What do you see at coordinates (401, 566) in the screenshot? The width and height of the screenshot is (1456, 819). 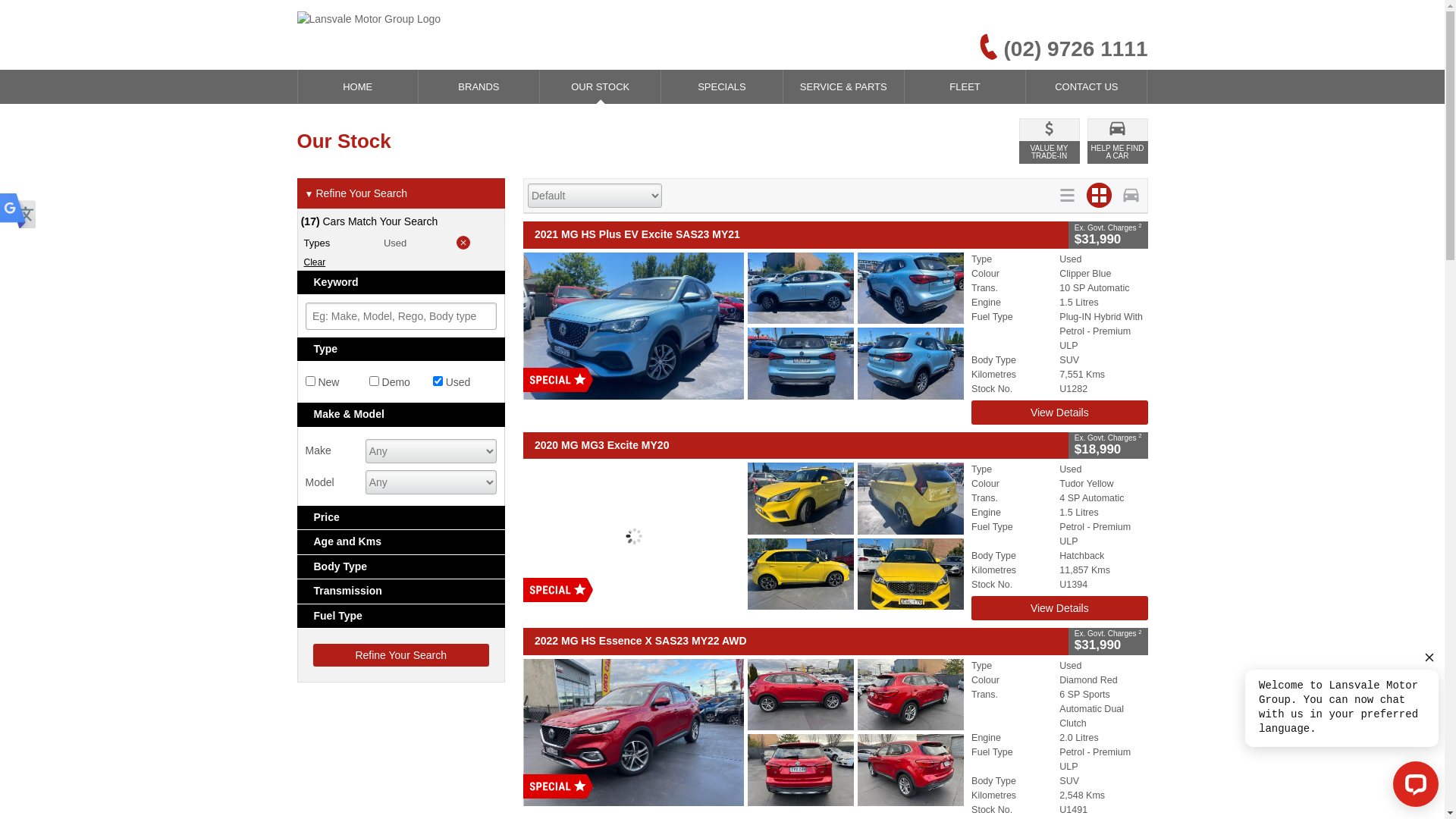 I see `'Body Type'` at bounding box center [401, 566].